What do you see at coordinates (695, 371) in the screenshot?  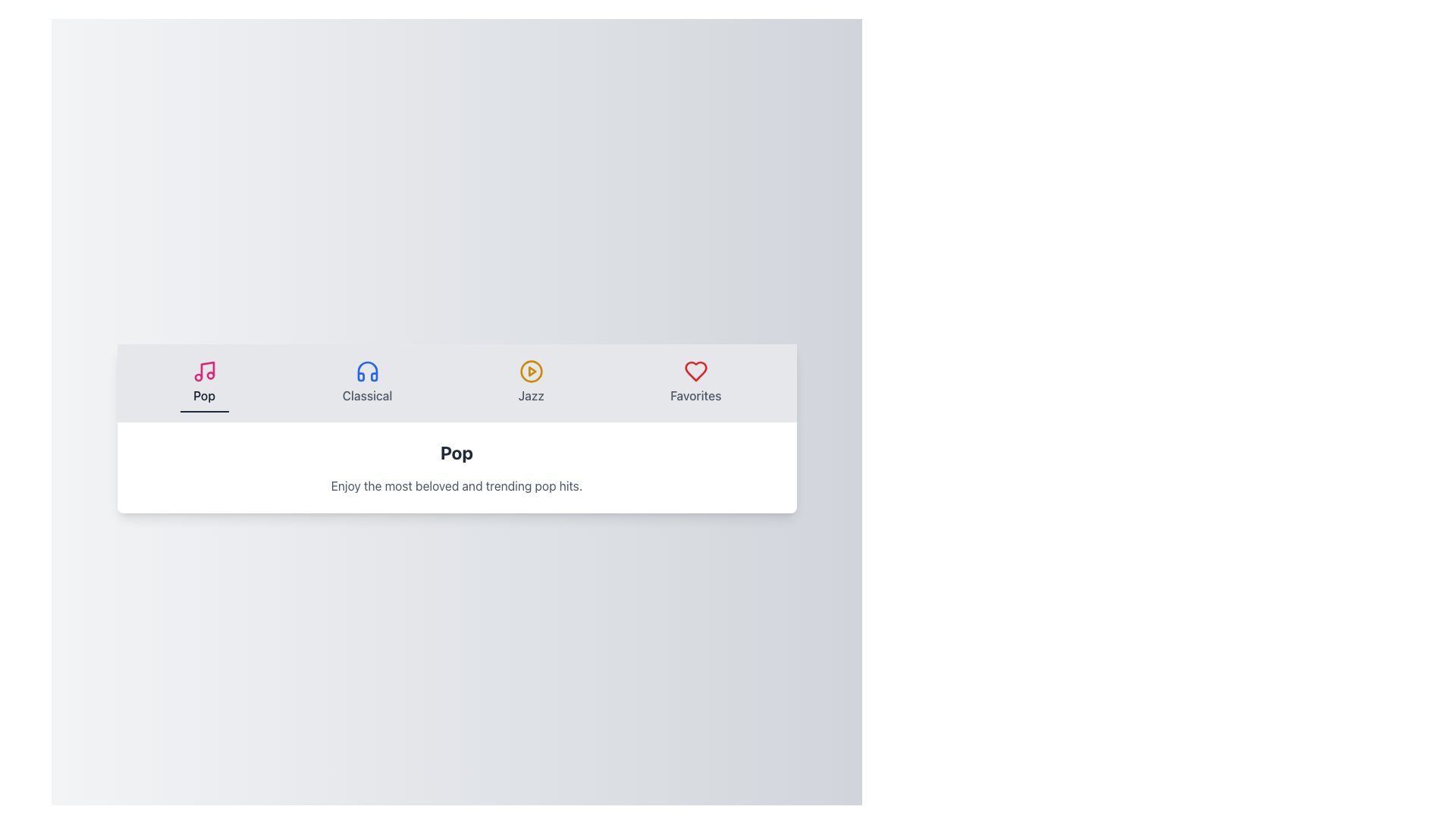 I see `the heart icon representing the 'Favorites' feature on the navigation bar` at bounding box center [695, 371].